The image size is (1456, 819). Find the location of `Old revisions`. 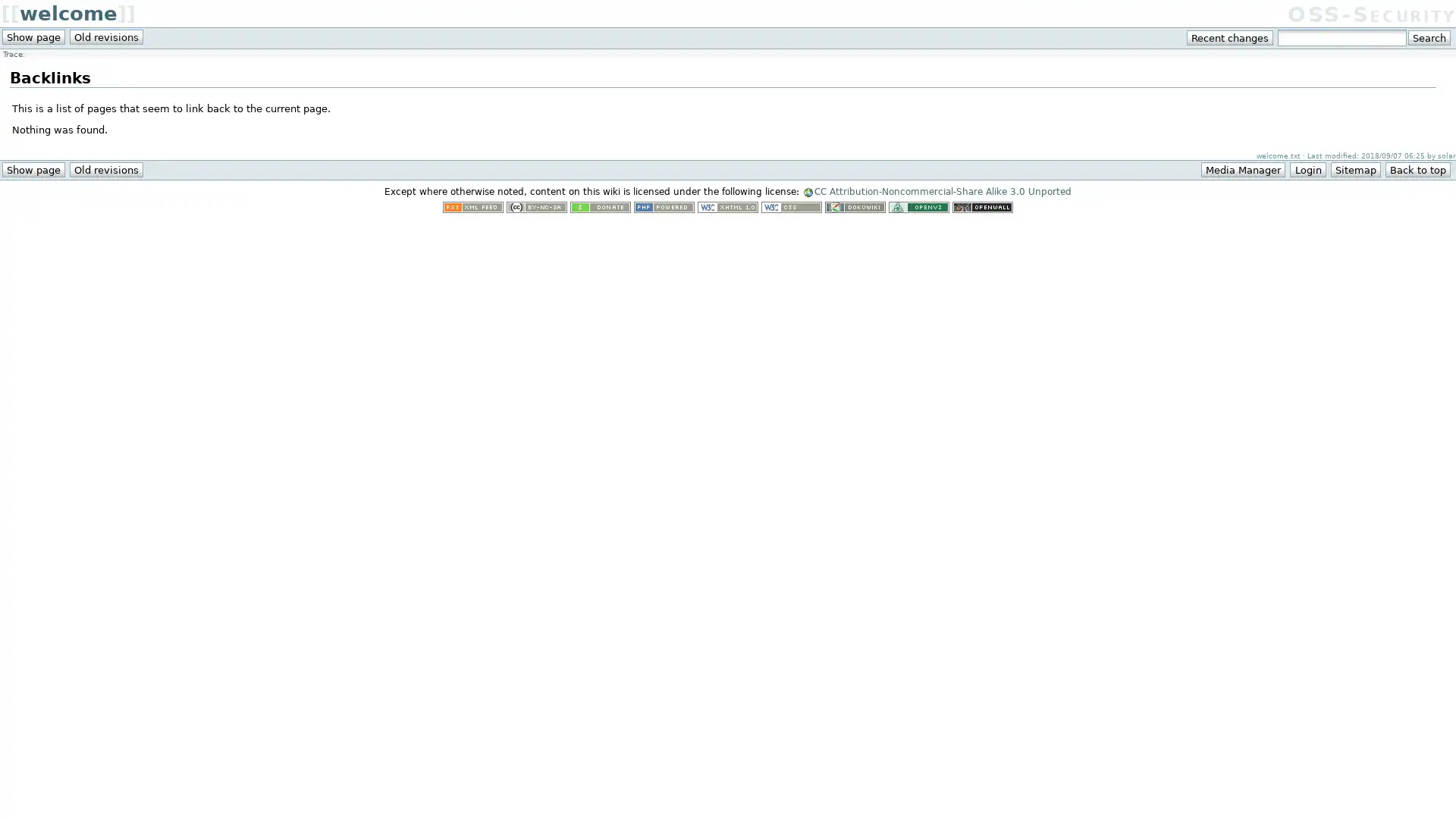

Old revisions is located at coordinates (105, 169).